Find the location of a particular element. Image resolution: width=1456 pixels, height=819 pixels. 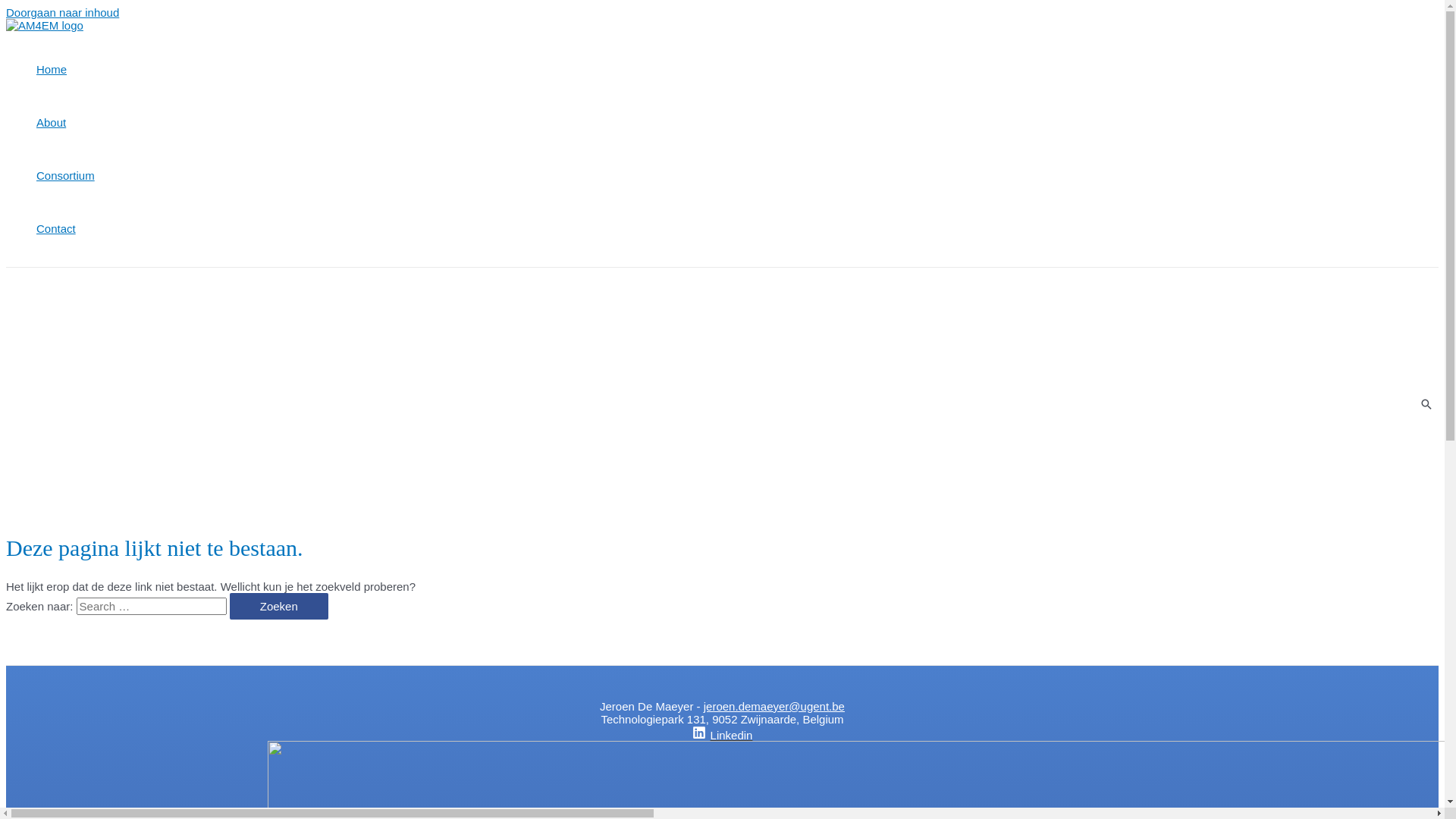

'jeroen.demaeyer@ugent.be' is located at coordinates (702, 706).